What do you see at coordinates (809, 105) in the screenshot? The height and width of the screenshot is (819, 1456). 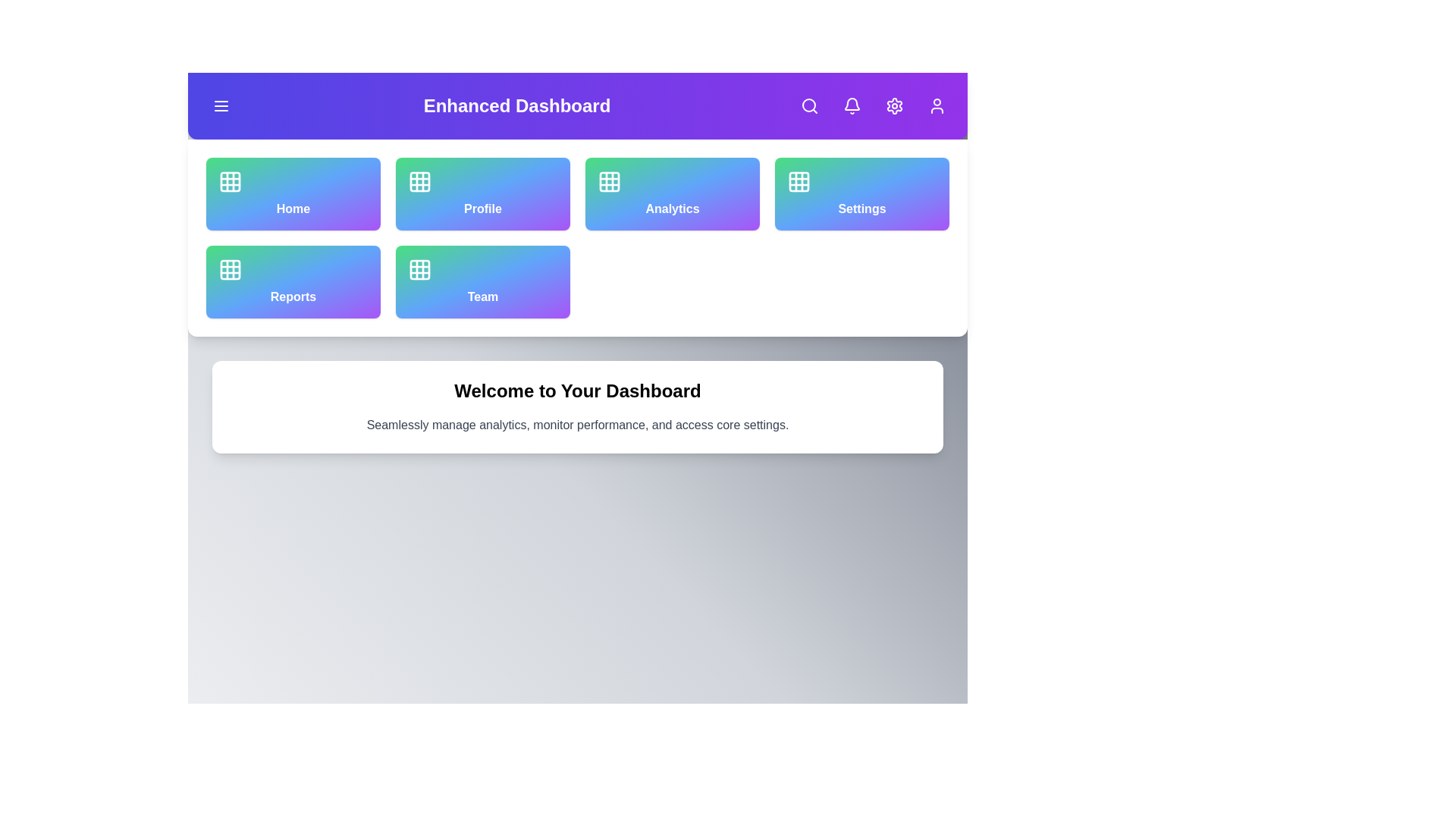 I see `the search button in the app bar` at bounding box center [809, 105].